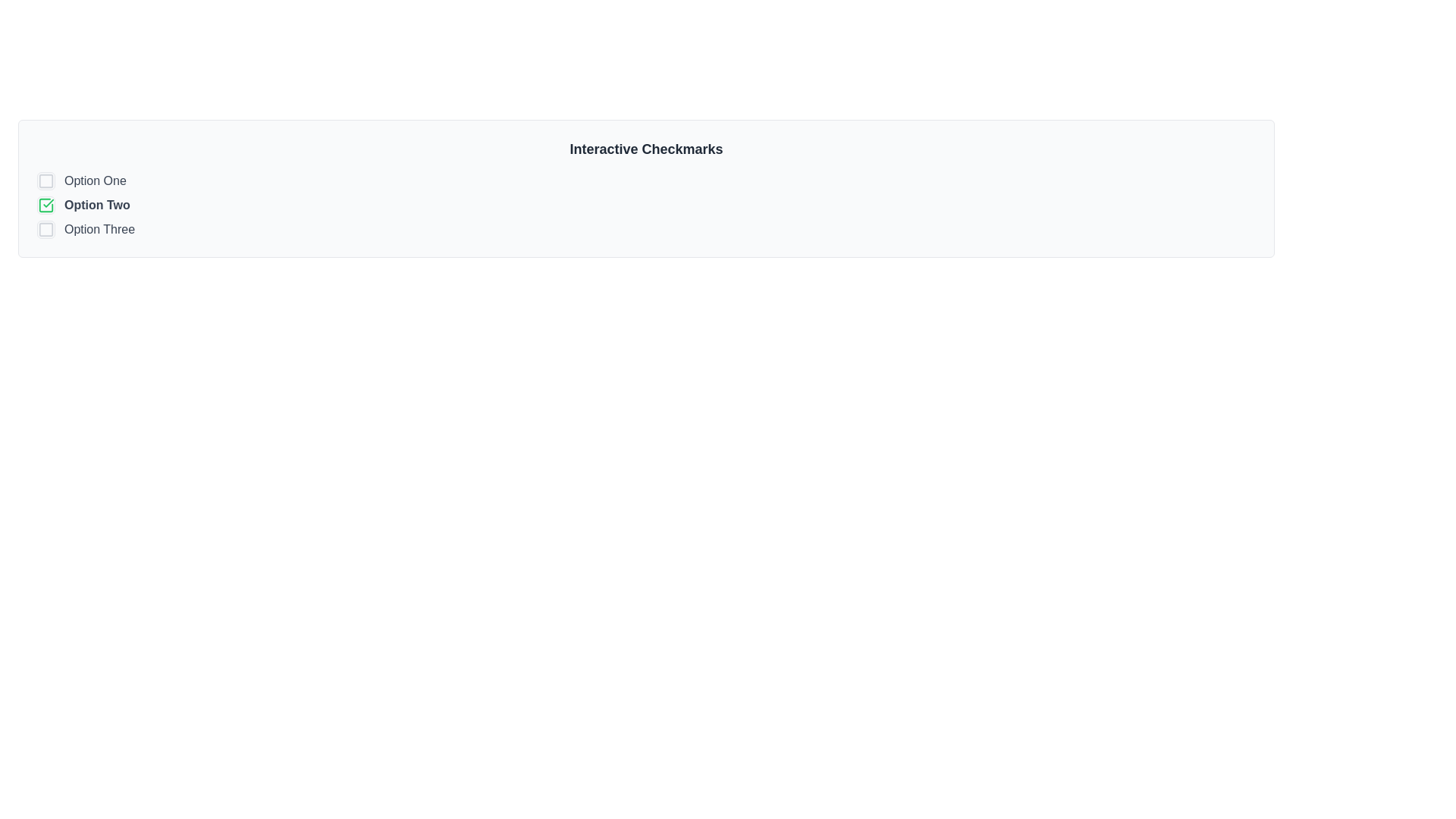 The image size is (1456, 819). What do you see at coordinates (646, 205) in the screenshot?
I see `the vertical list containing selectable items represented as checkboxes located beneath the header 'Interactive Checkmarks' by navigating to it for keyboard interaction` at bounding box center [646, 205].